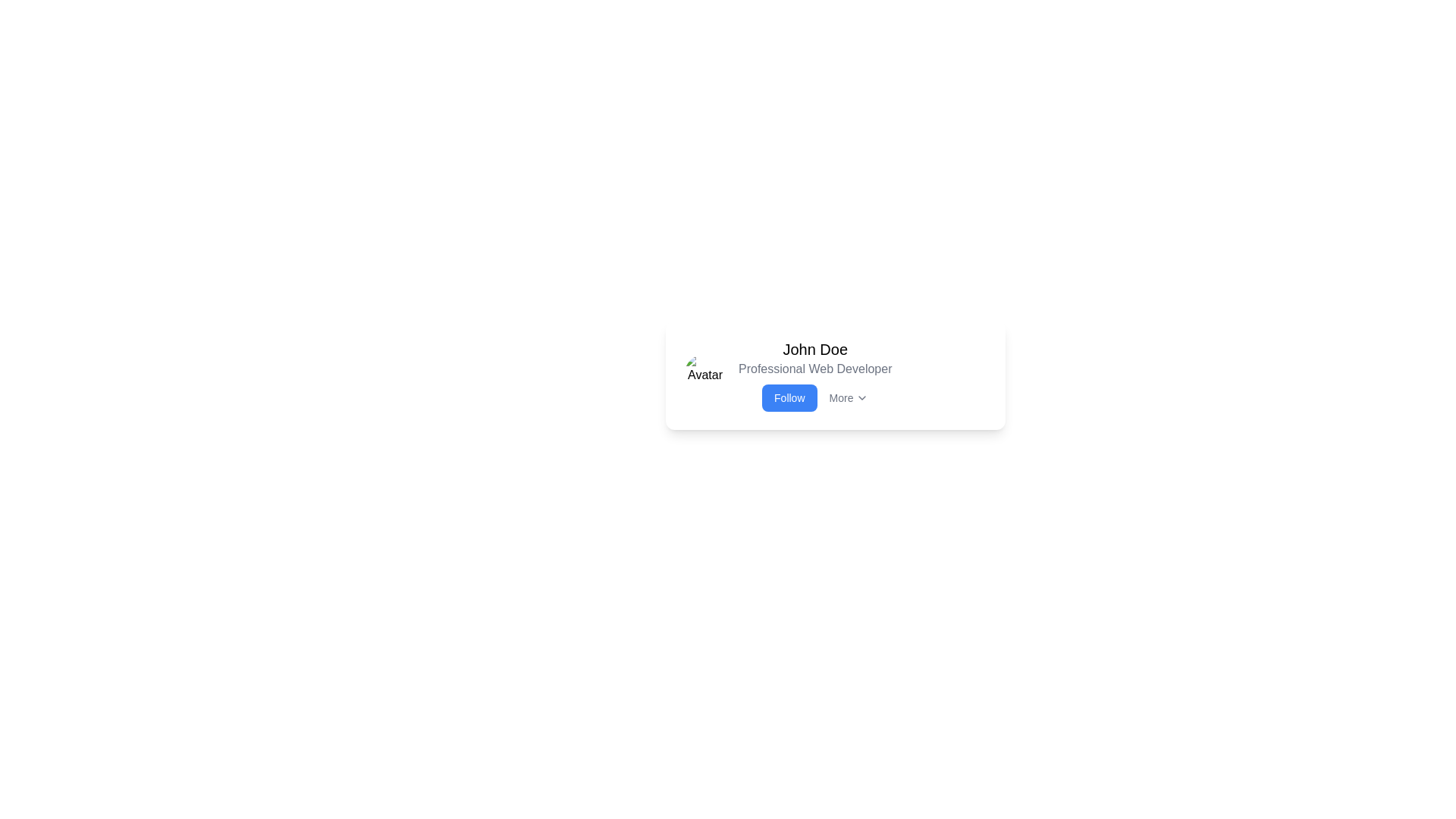  I want to click on the icon located immediately to the right of the 'More' label in the bottom right corner of the profile card layout, so click(862, 397).